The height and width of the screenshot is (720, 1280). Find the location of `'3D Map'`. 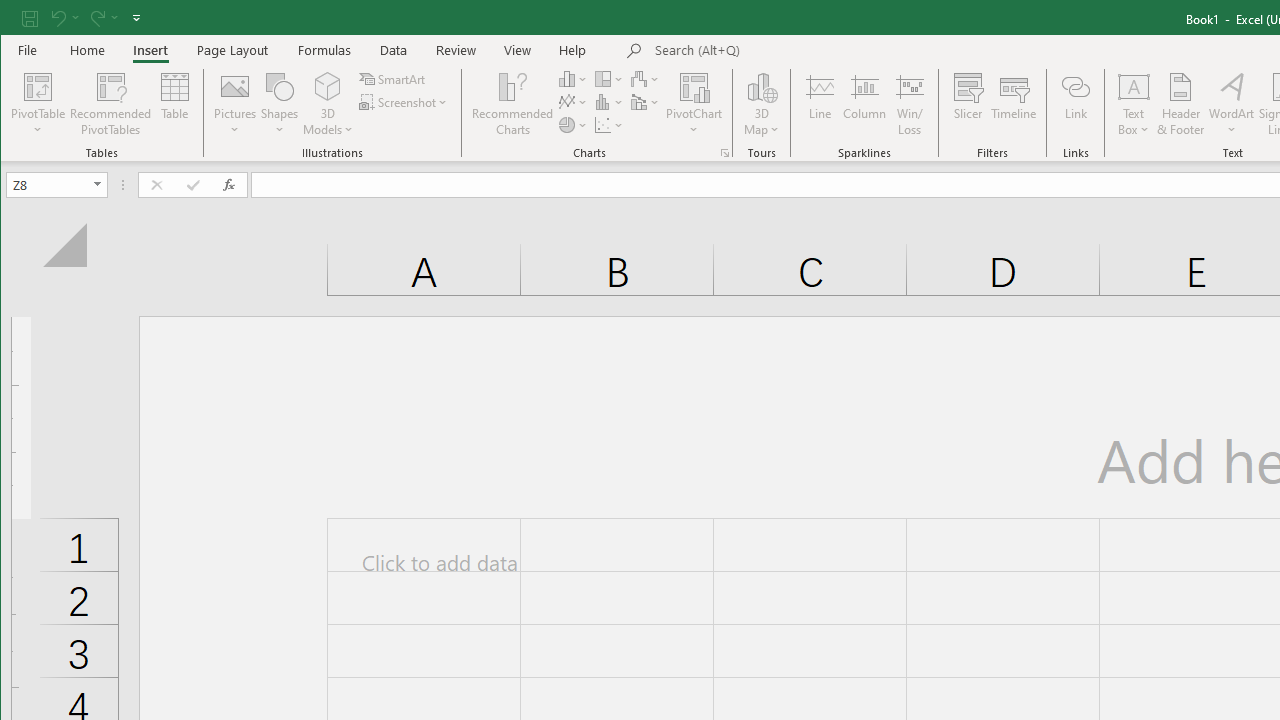

'3D Map' is located at coordinates (761, 85).